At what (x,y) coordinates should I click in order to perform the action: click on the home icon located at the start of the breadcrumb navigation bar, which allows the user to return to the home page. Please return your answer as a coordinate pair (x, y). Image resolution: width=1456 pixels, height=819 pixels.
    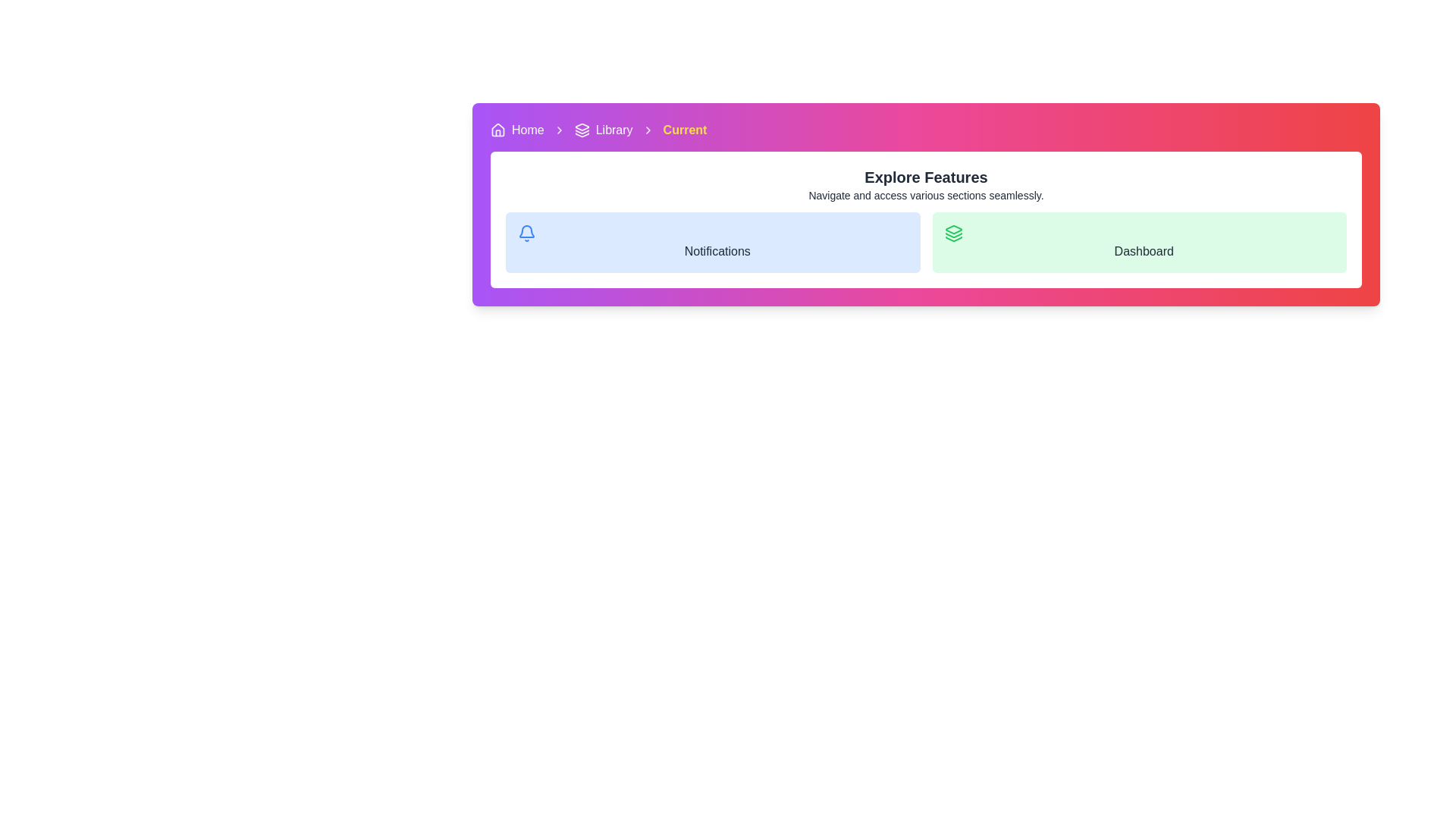
    Looking at the image, I should click on (498, 130).